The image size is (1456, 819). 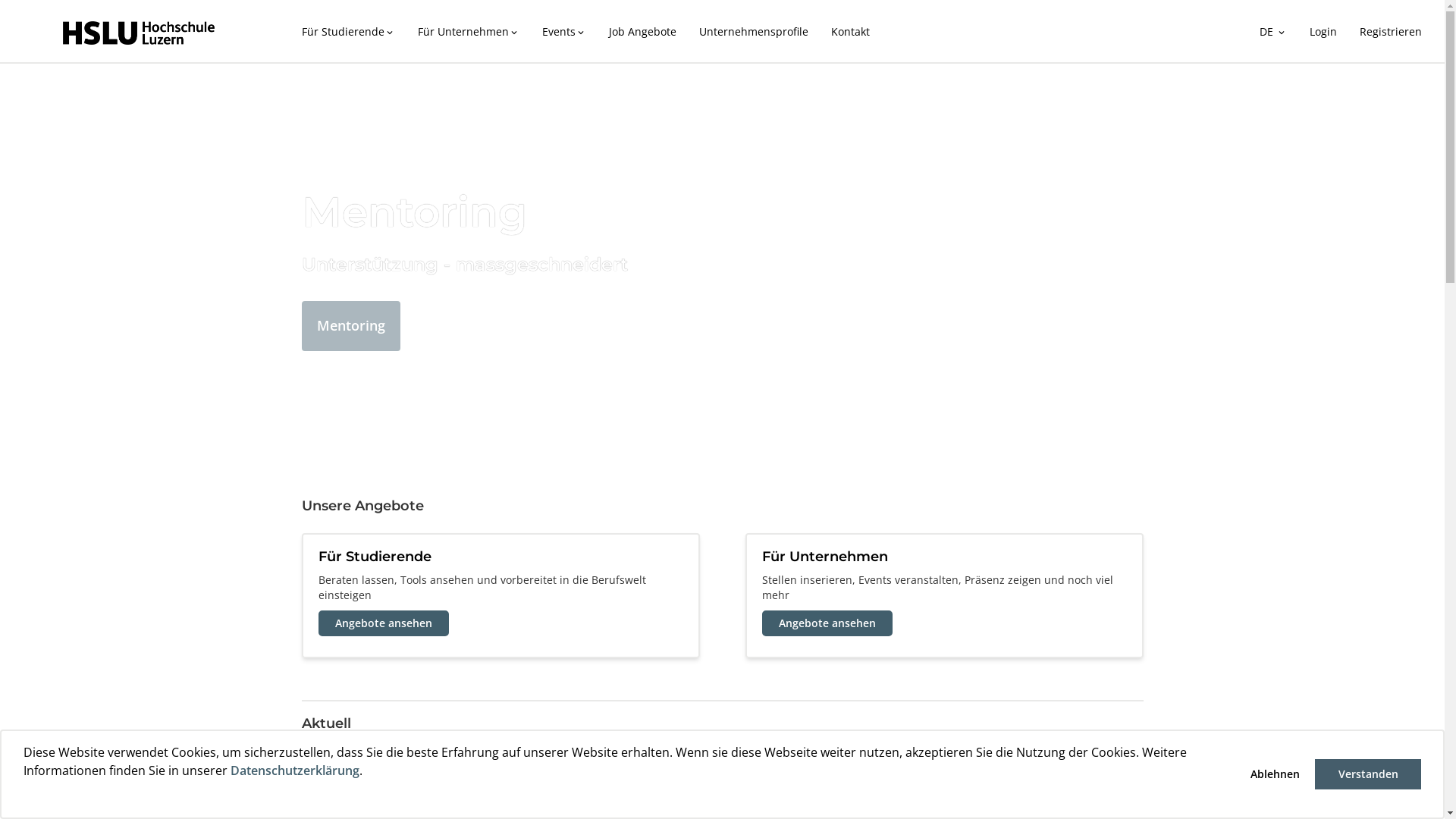 What do you see at coordinates (818, 32) in the screenshot?
I see `'Kontakt'` at bounding box center [818, 32].